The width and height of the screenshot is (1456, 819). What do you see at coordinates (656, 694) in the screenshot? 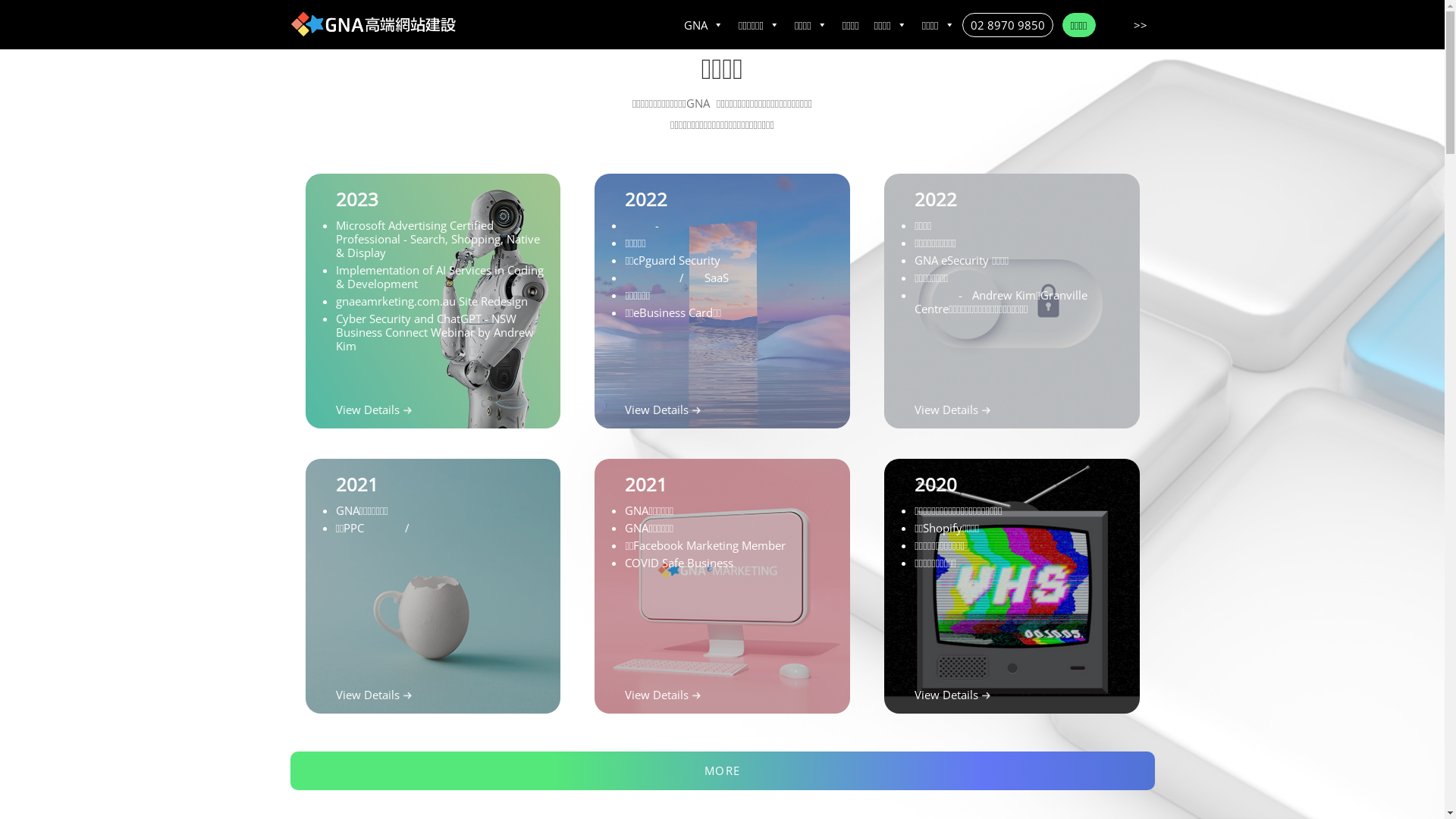
I see `'View Details'` at bounding box center [656, 694].